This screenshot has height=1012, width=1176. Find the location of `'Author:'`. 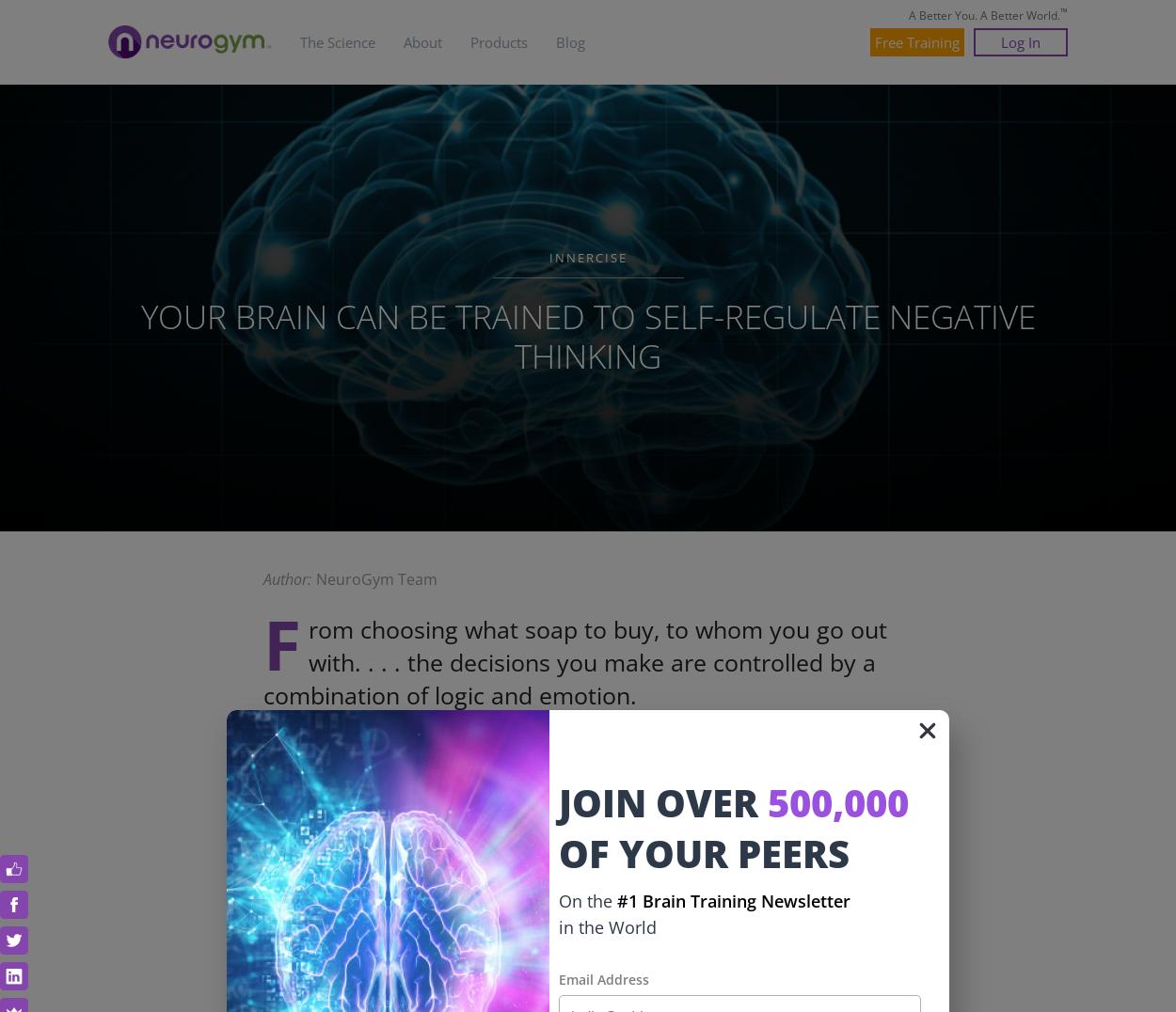

'Author:' is located at coordinates (287, 579).